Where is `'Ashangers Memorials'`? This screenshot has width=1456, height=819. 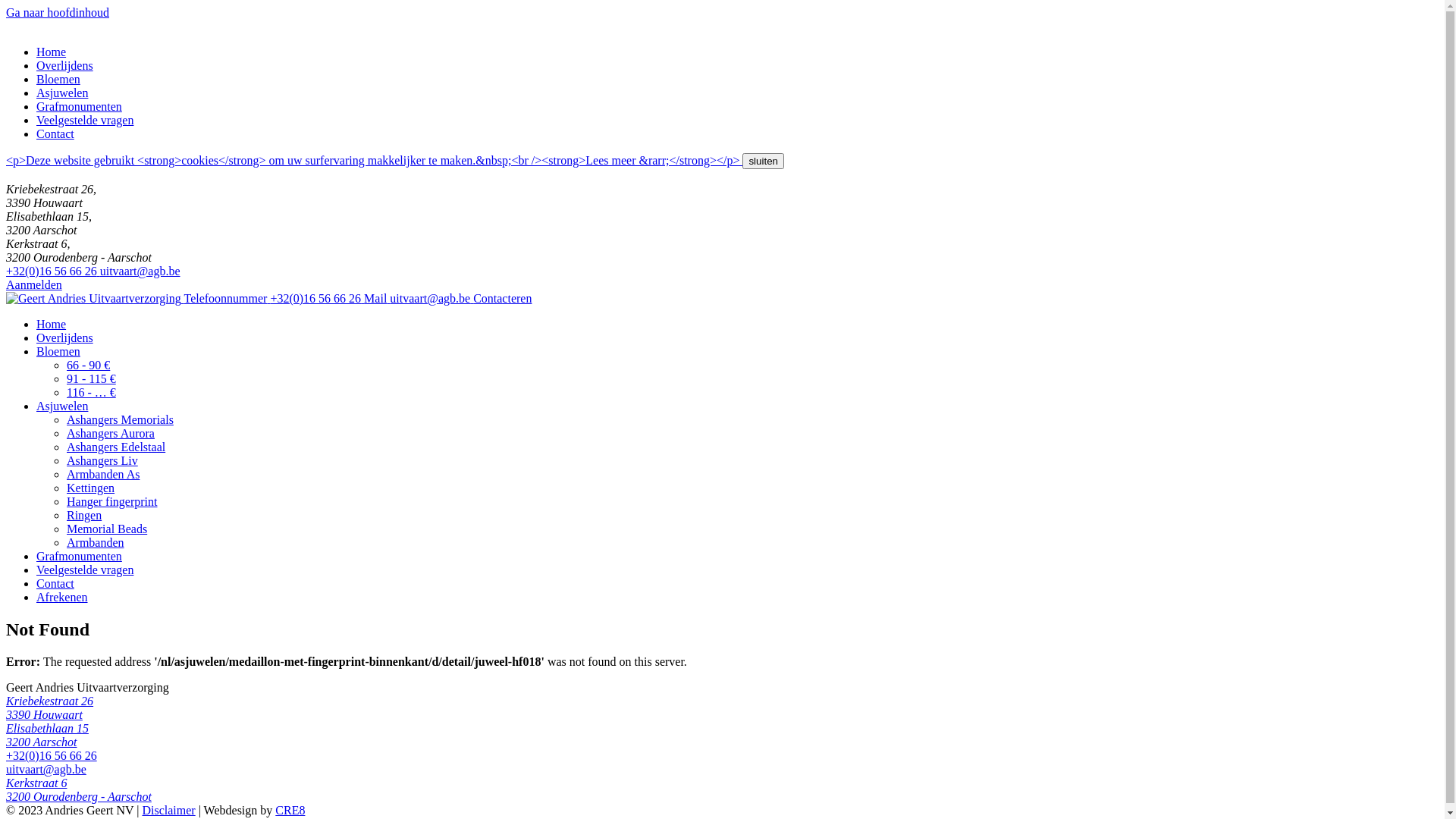
'Ashangers Memorials' is located at coordinates (119, 419).